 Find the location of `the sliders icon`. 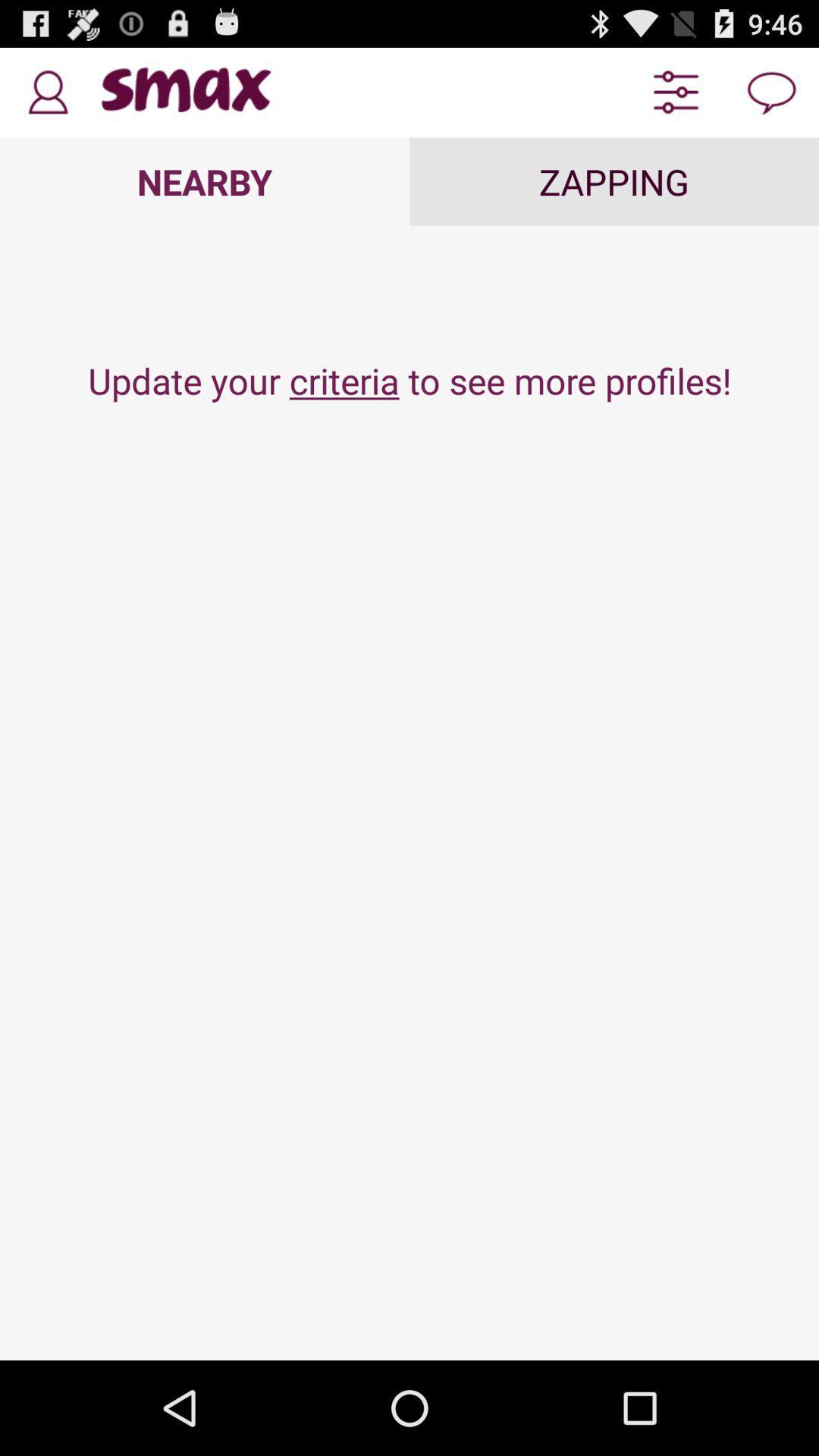

the sliders icon is located at coordinates (675, 98).